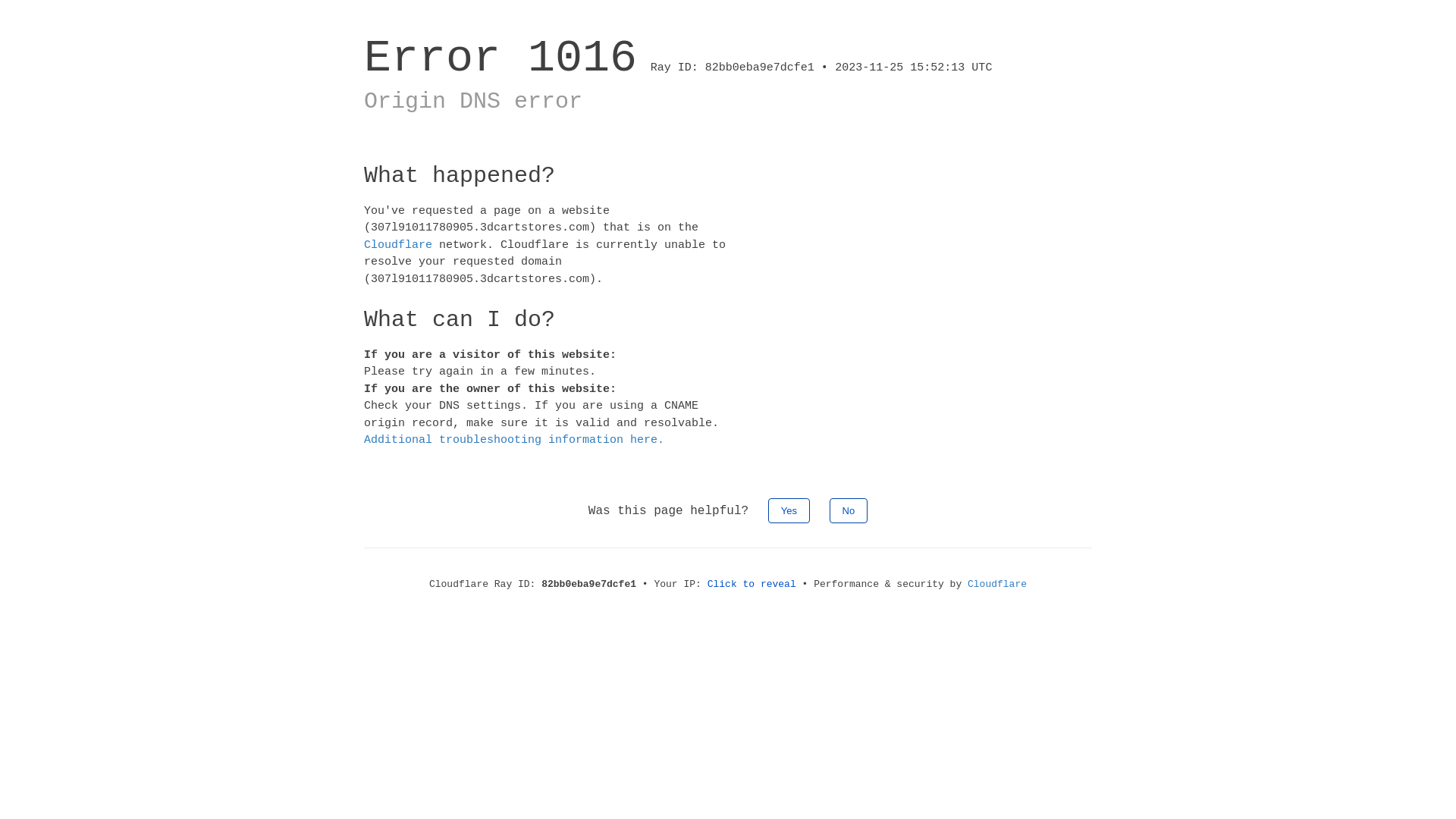 Image resolution: width=1456 pixels, height=819 pixels. I want to click on 'Cloudflare', so click(397, 243).